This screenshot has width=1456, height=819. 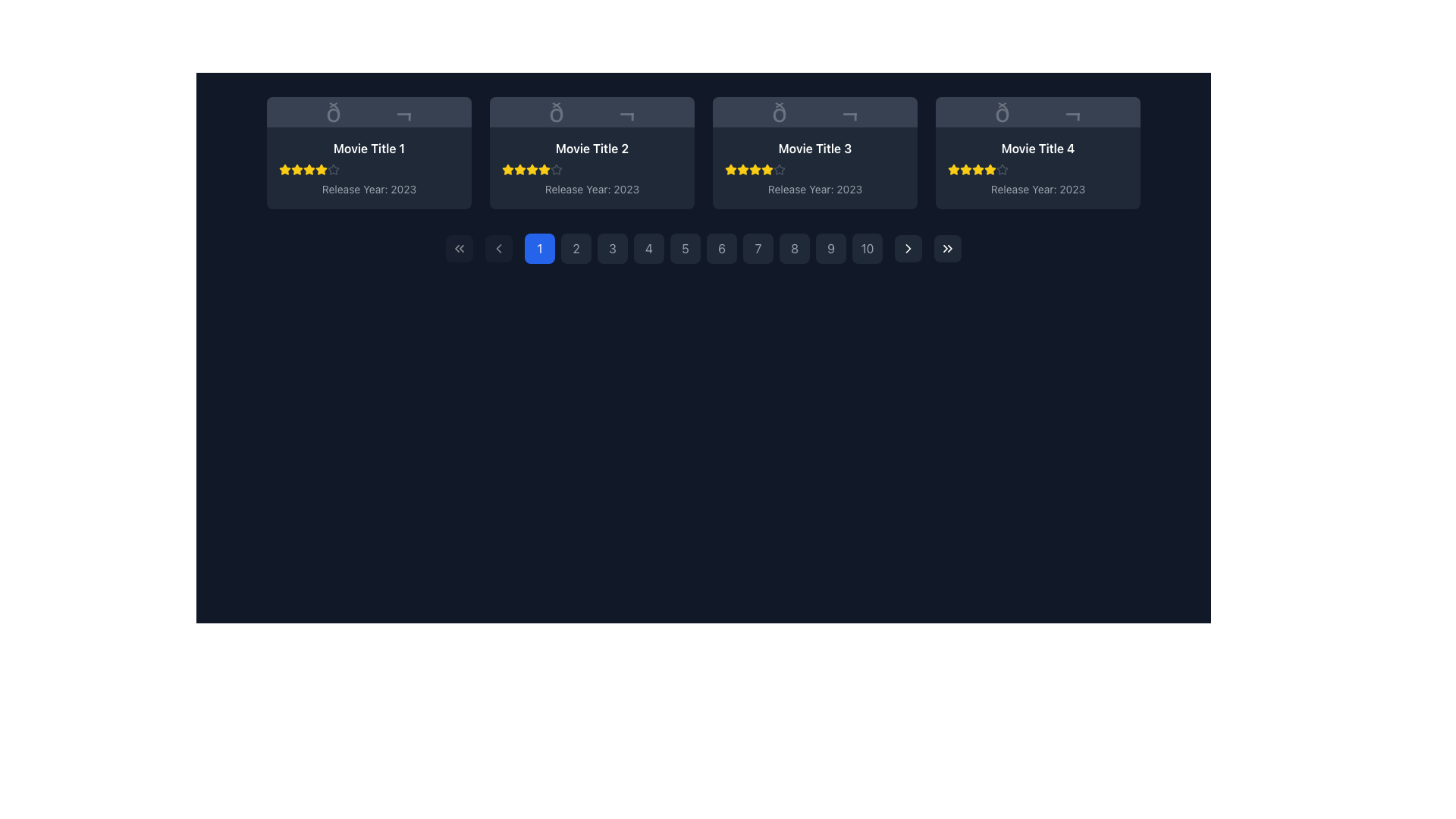 I want to click on the left-facing chevron arrow icon located within the pagination area, immediately to the left of the number '1' button, so click(x=498, y=247).